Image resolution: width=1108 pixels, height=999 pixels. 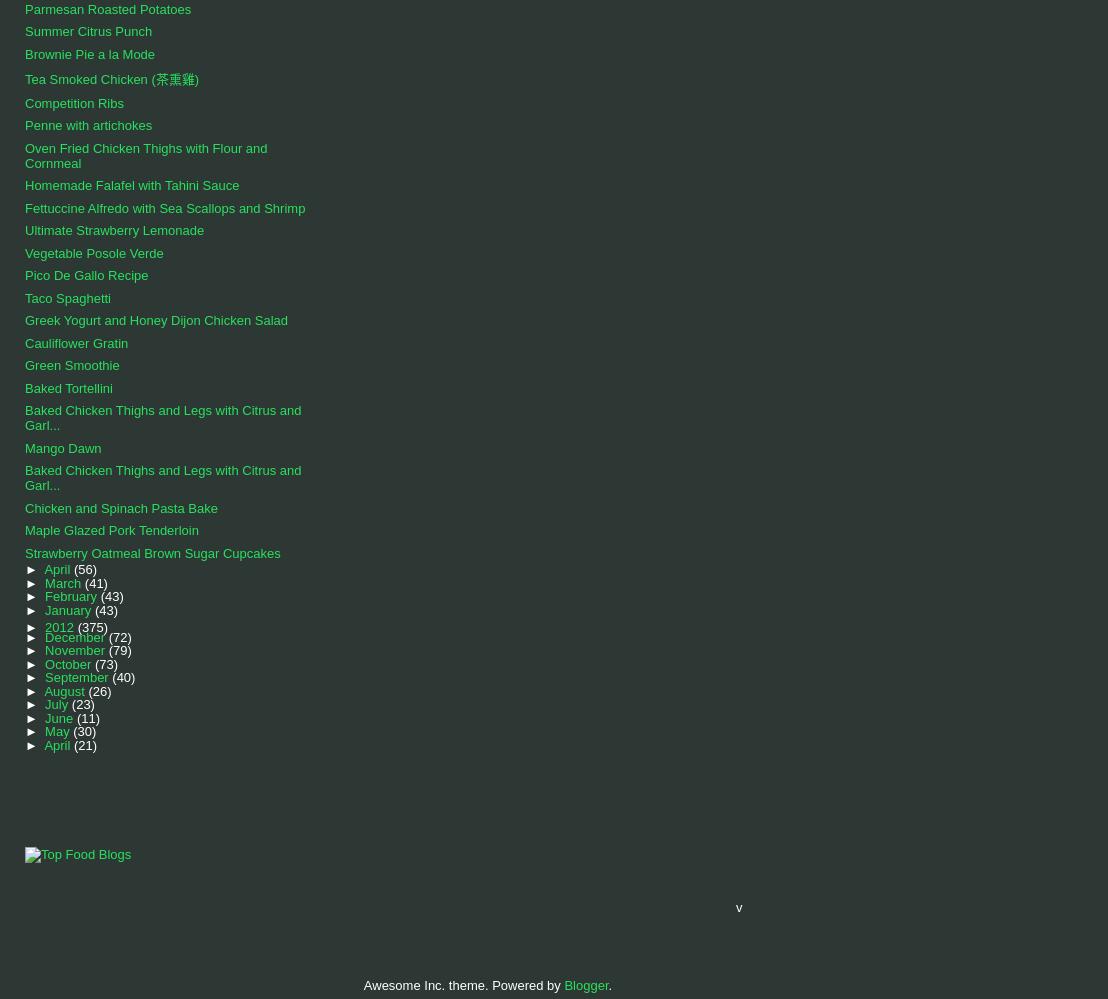 I want to click on 'Mango Dawn', so click(x=62, y=447).